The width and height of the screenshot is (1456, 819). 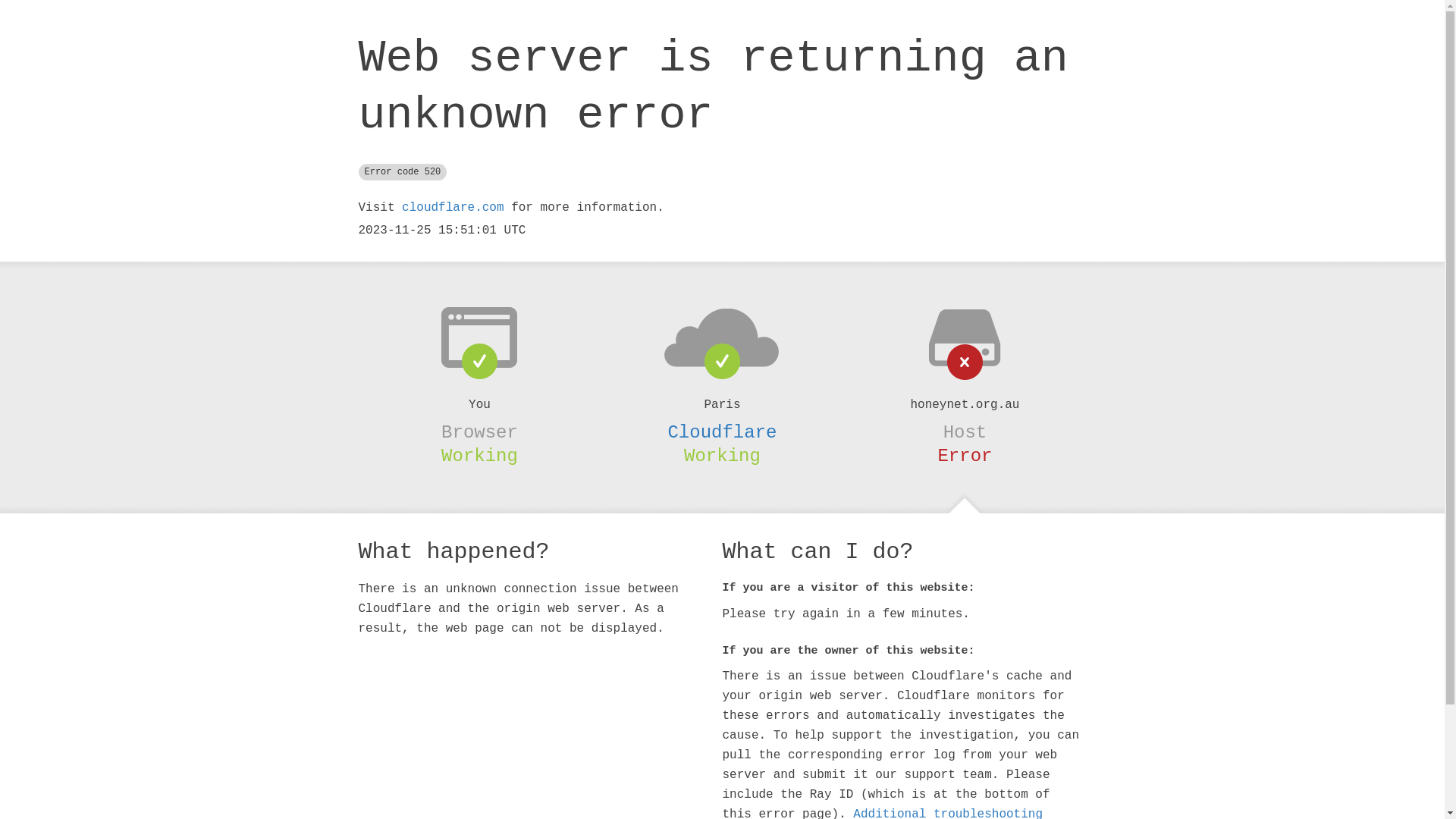 I want to click on 'cloudflare.com', so click(x=451, y=207).